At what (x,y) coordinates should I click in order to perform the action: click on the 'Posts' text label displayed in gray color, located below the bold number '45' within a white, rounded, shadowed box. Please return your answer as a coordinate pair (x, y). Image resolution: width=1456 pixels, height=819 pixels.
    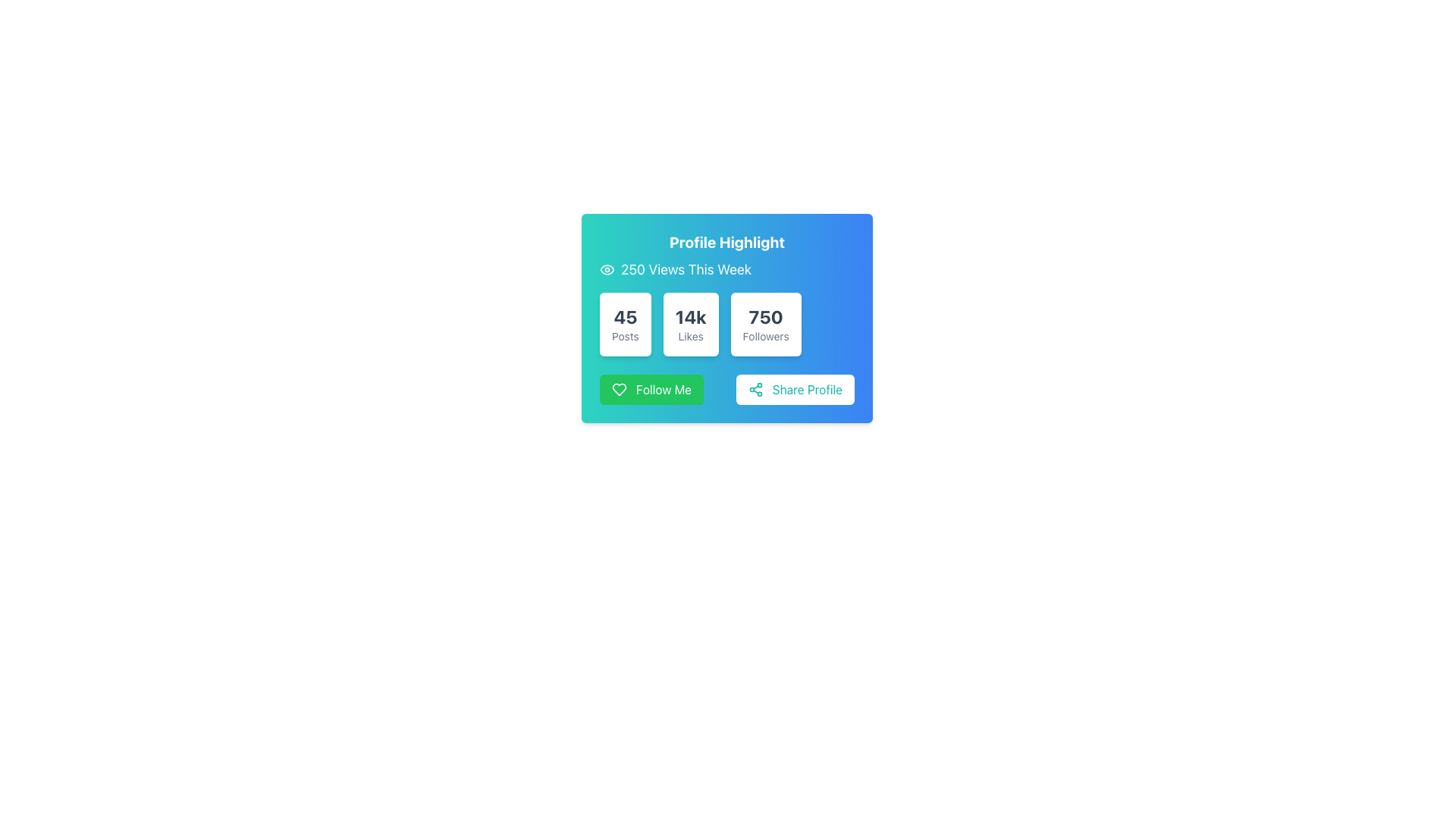
    Looking at the image, I should click on (625, 335).